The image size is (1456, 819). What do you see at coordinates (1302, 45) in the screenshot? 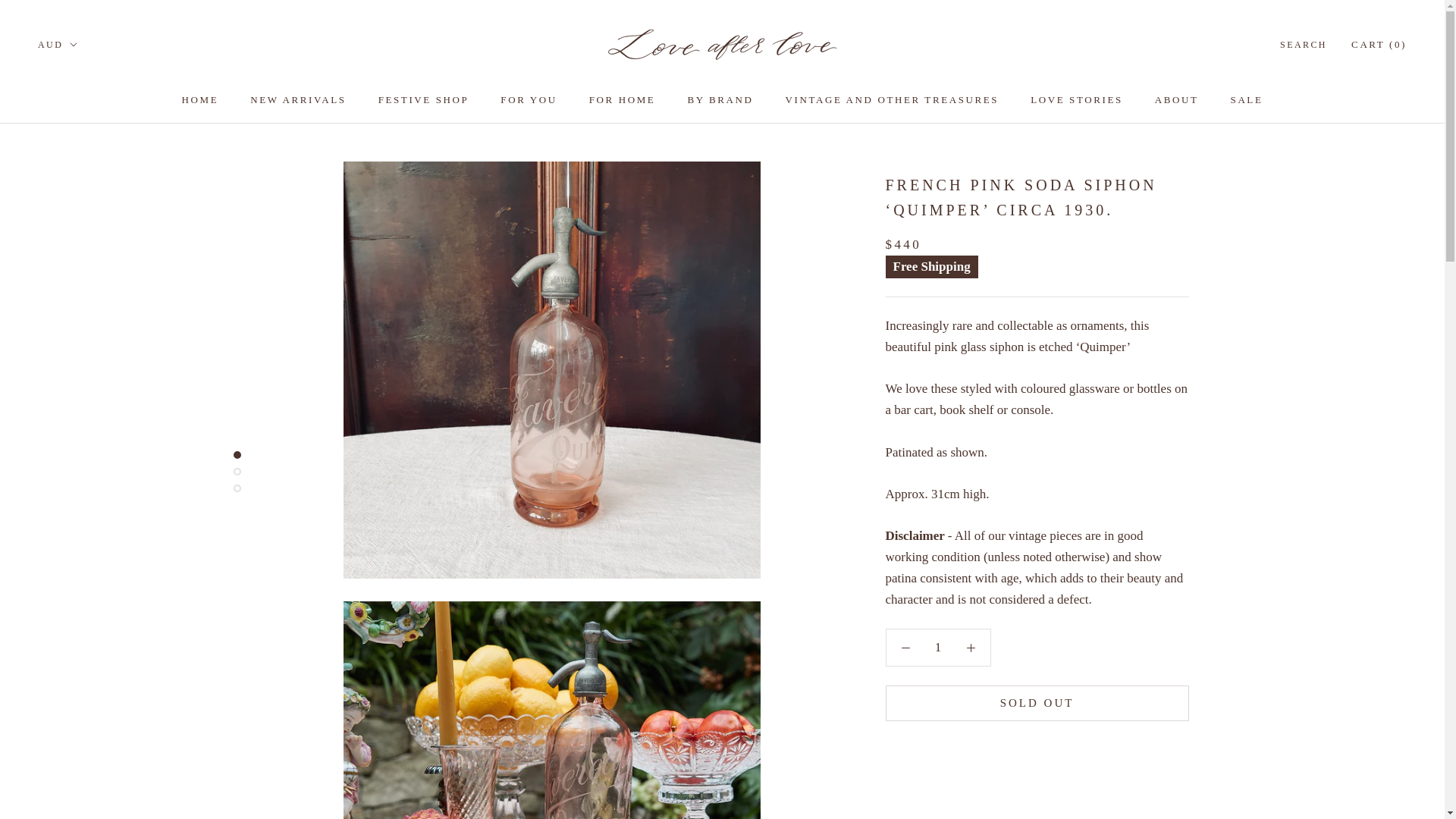
I see `'SEARCH'` at bounding box center [1302, 45].